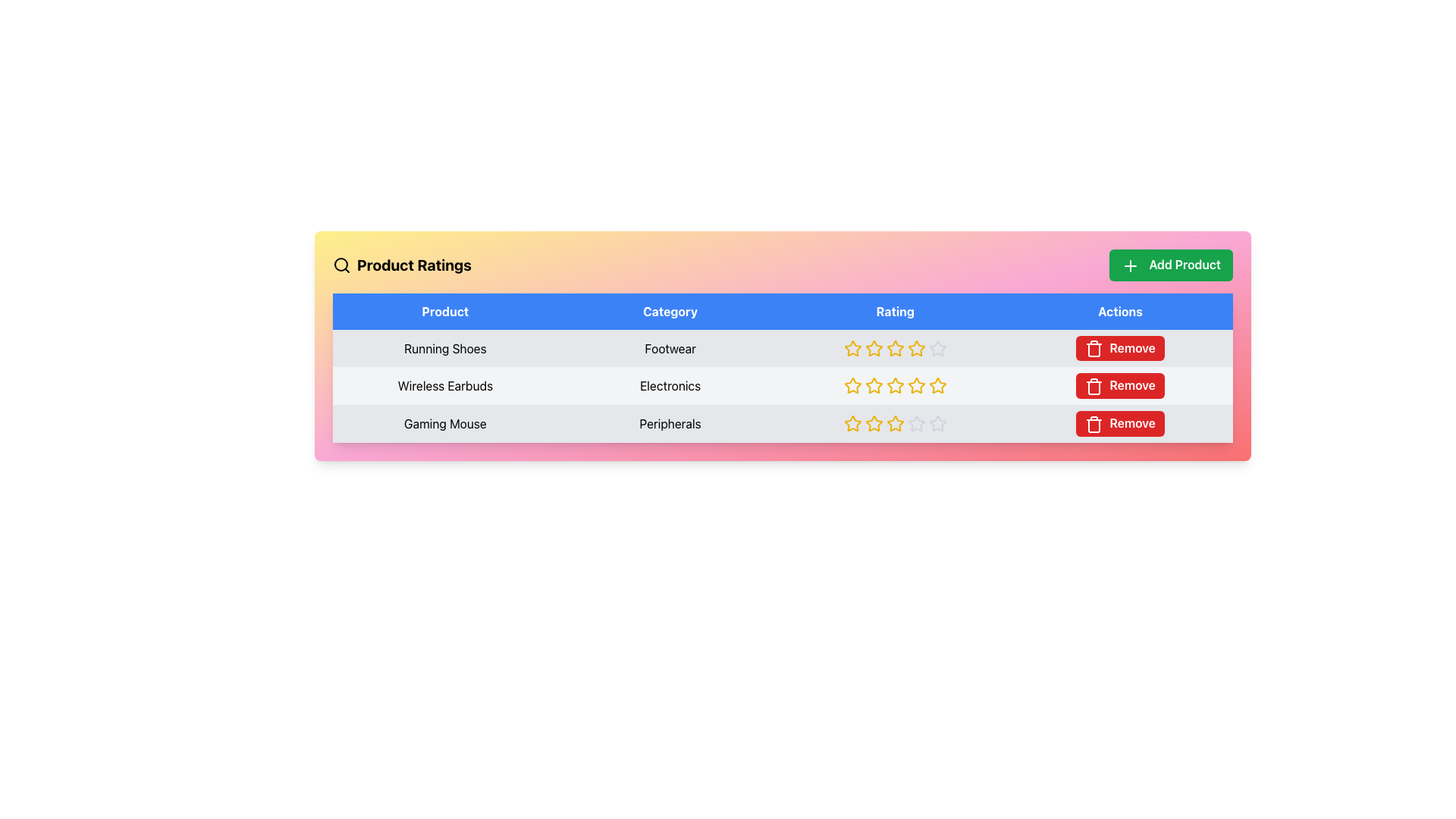 The image size is (1456, 819). Describe the element at coordinates (783, 348) in the screenshot. I see `the stars in the first row of the product rating table to change the rating for 'Running Shoes'` at that location.